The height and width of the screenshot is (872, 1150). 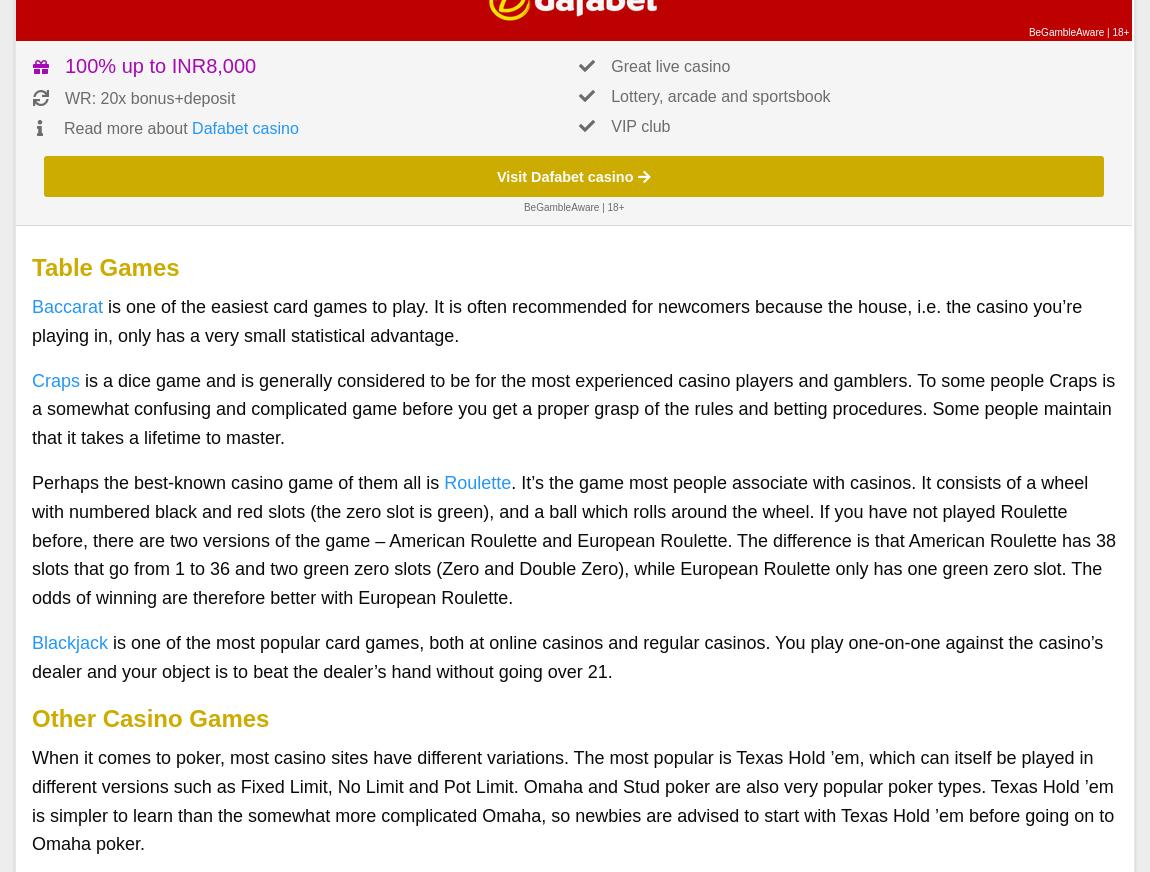 I want to click on 'Read more about', so click(x=126, y=128).